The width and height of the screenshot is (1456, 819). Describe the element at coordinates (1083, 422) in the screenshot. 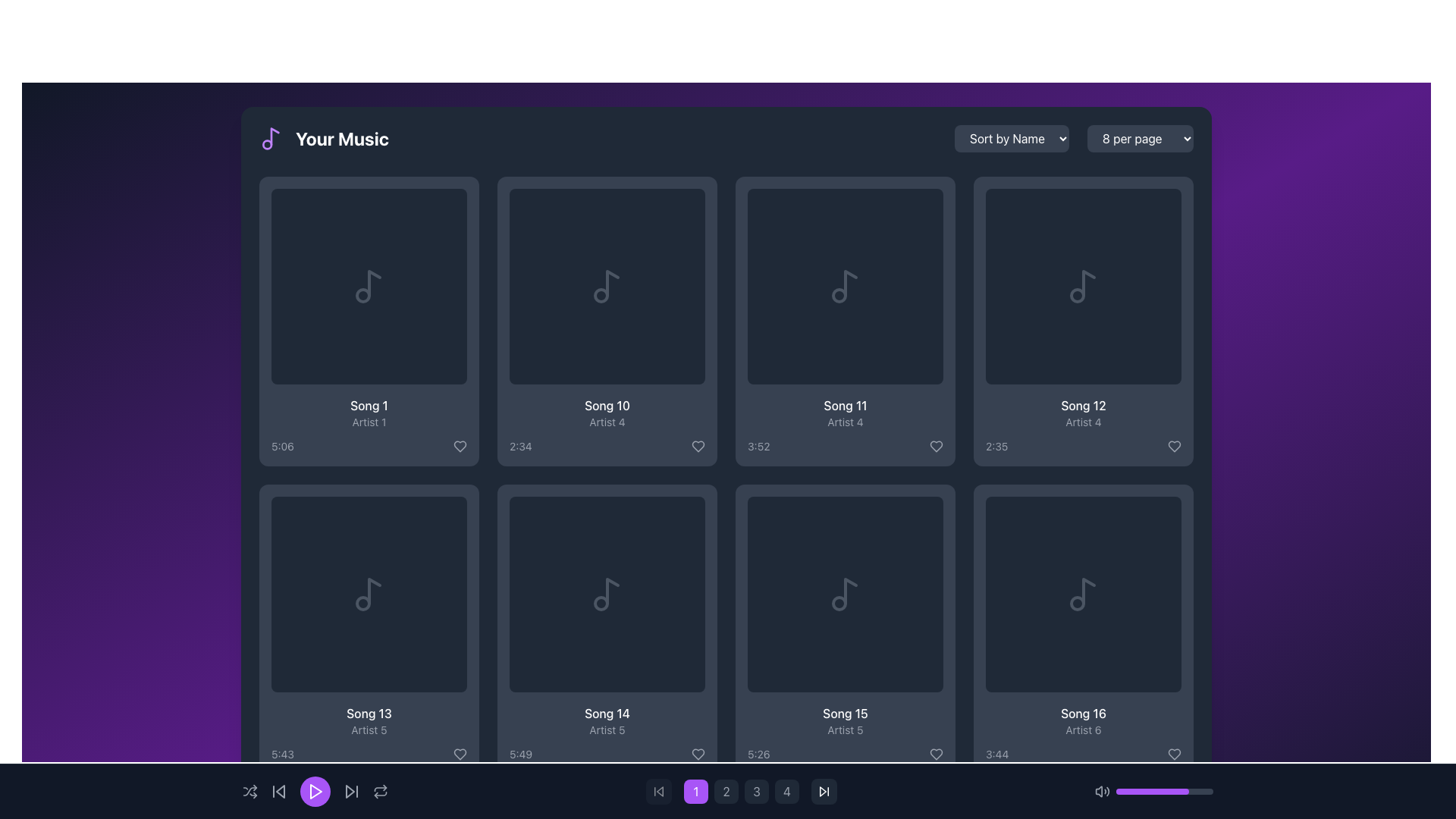

I see `the text label displaying 'Artist 4' located within the song card` at that location.